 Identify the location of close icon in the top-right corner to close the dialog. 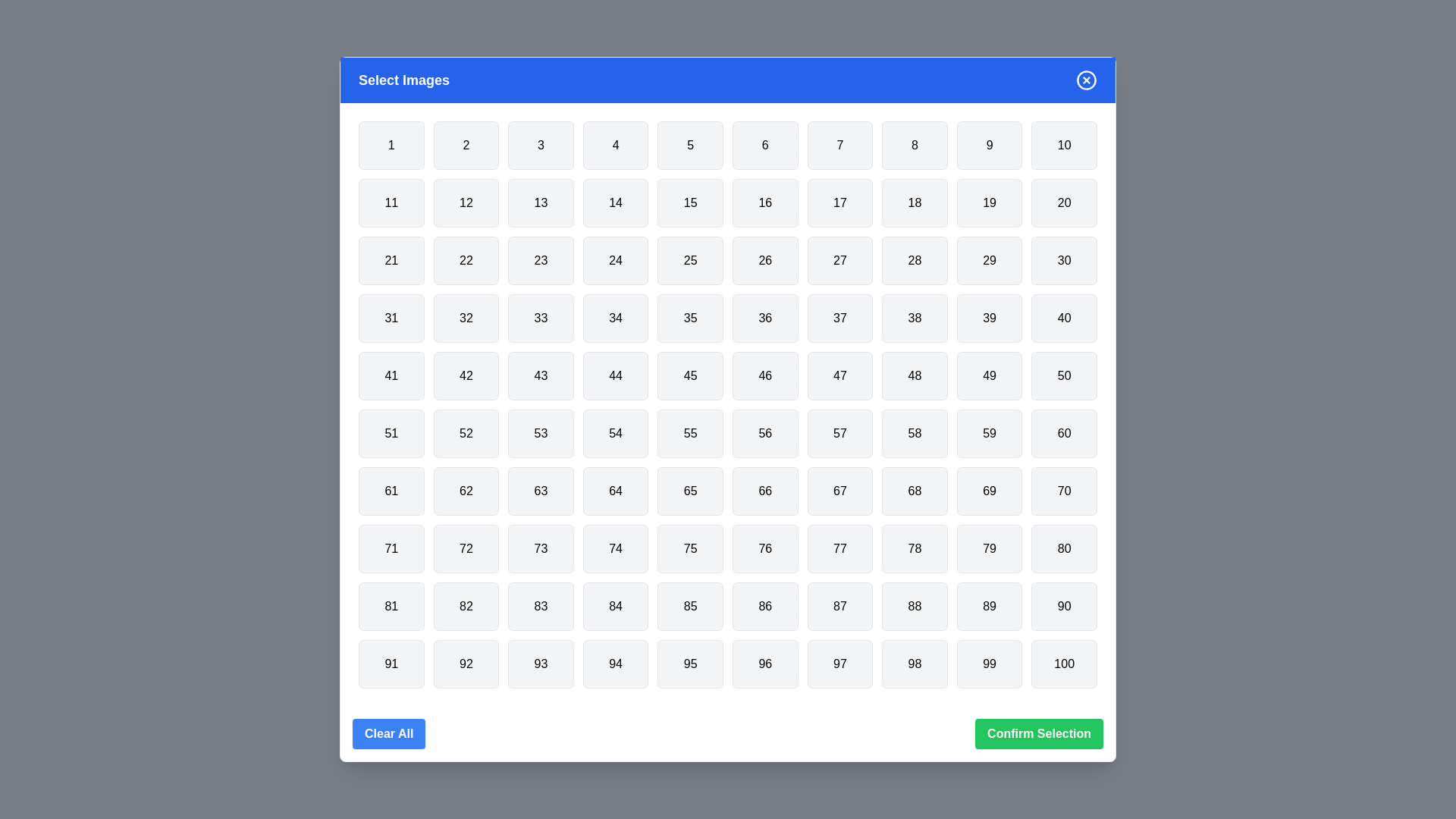
(1086, 80).